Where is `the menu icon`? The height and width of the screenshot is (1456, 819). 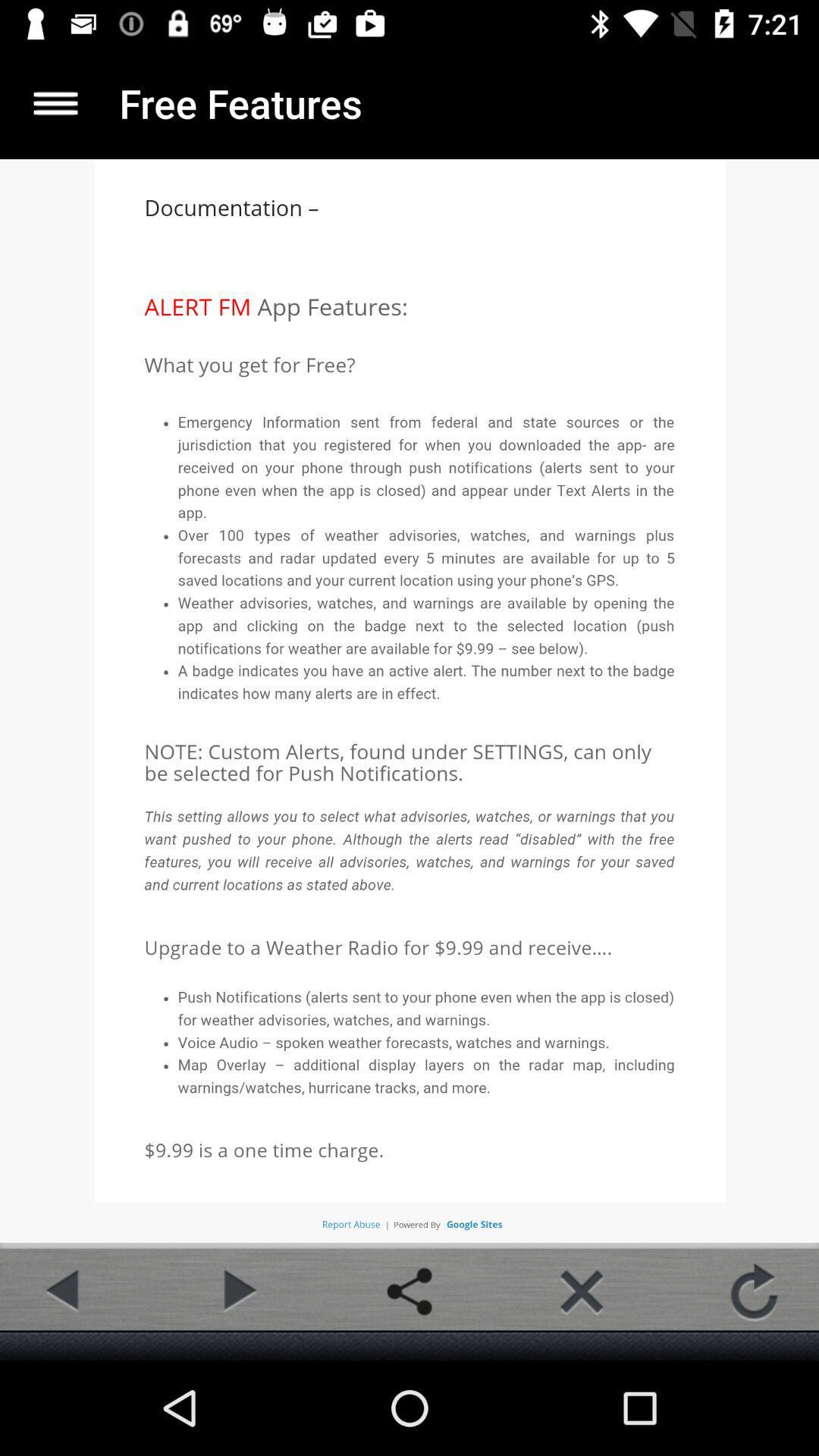 the menu icon is located at coordinates (55, 102).